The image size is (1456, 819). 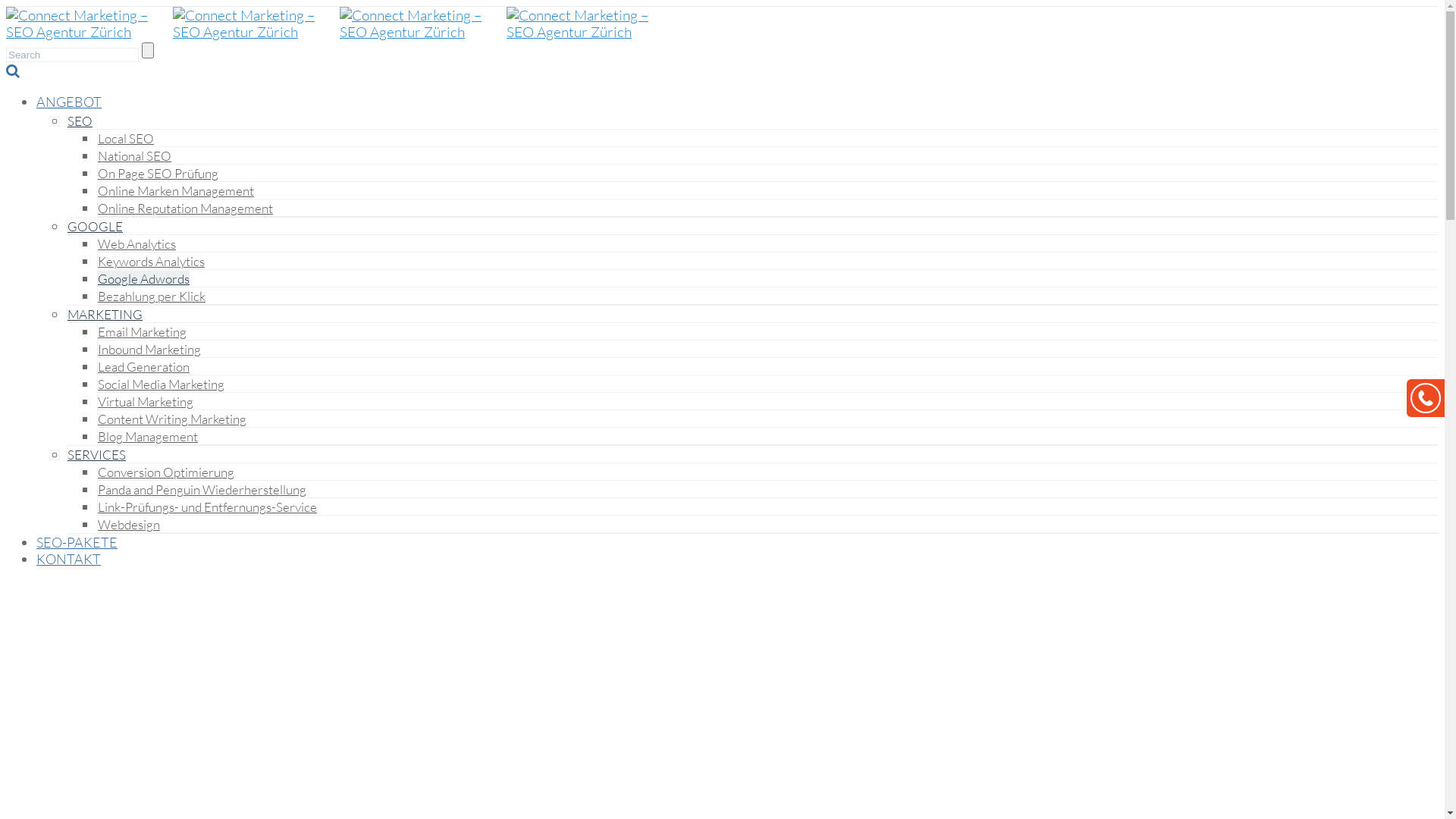 I want to click on 'Local SEO', so click(x=96, y=138).